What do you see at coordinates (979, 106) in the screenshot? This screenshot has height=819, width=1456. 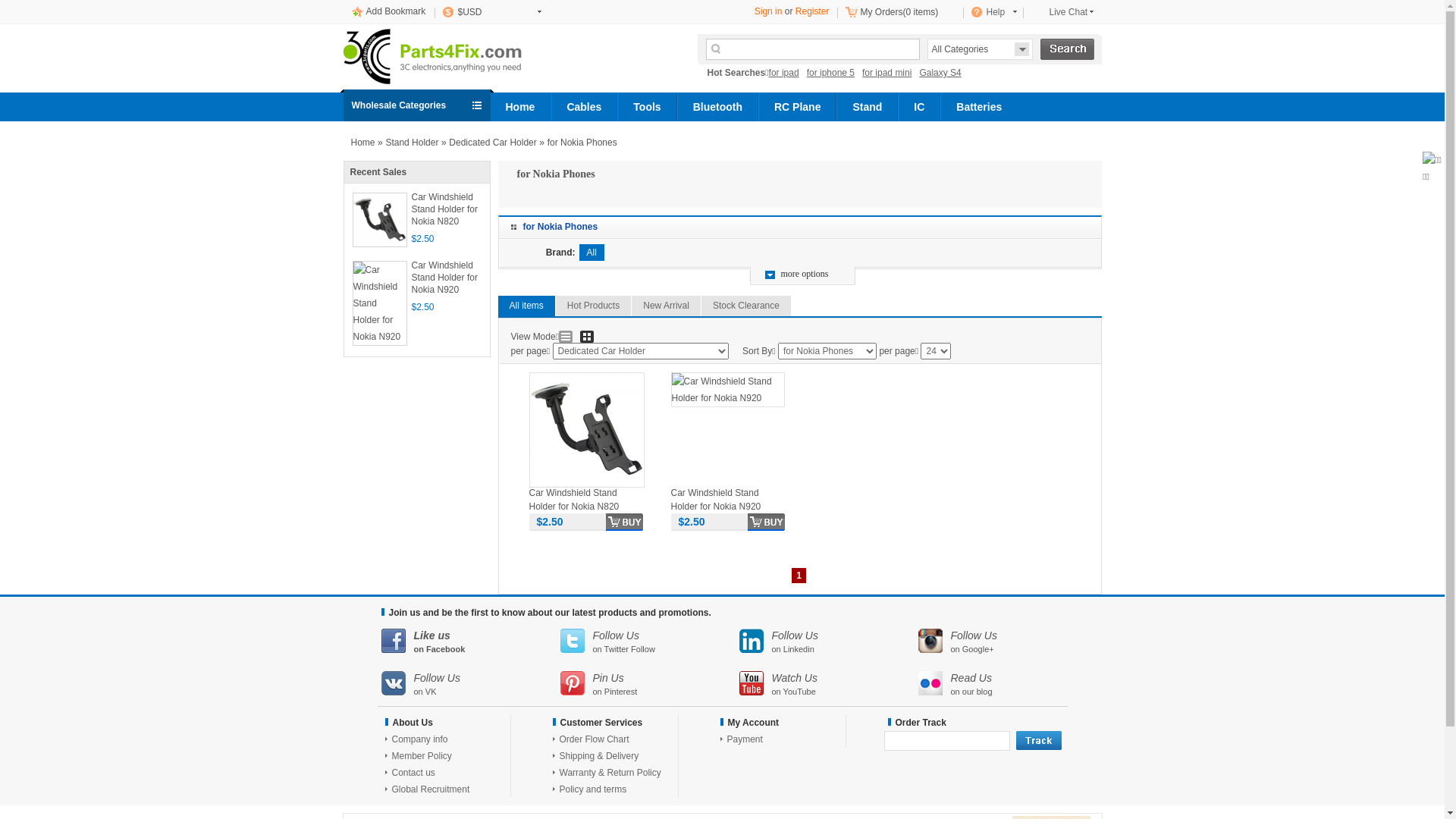 I see `'Batteries'` at bounding box center [979, 106].